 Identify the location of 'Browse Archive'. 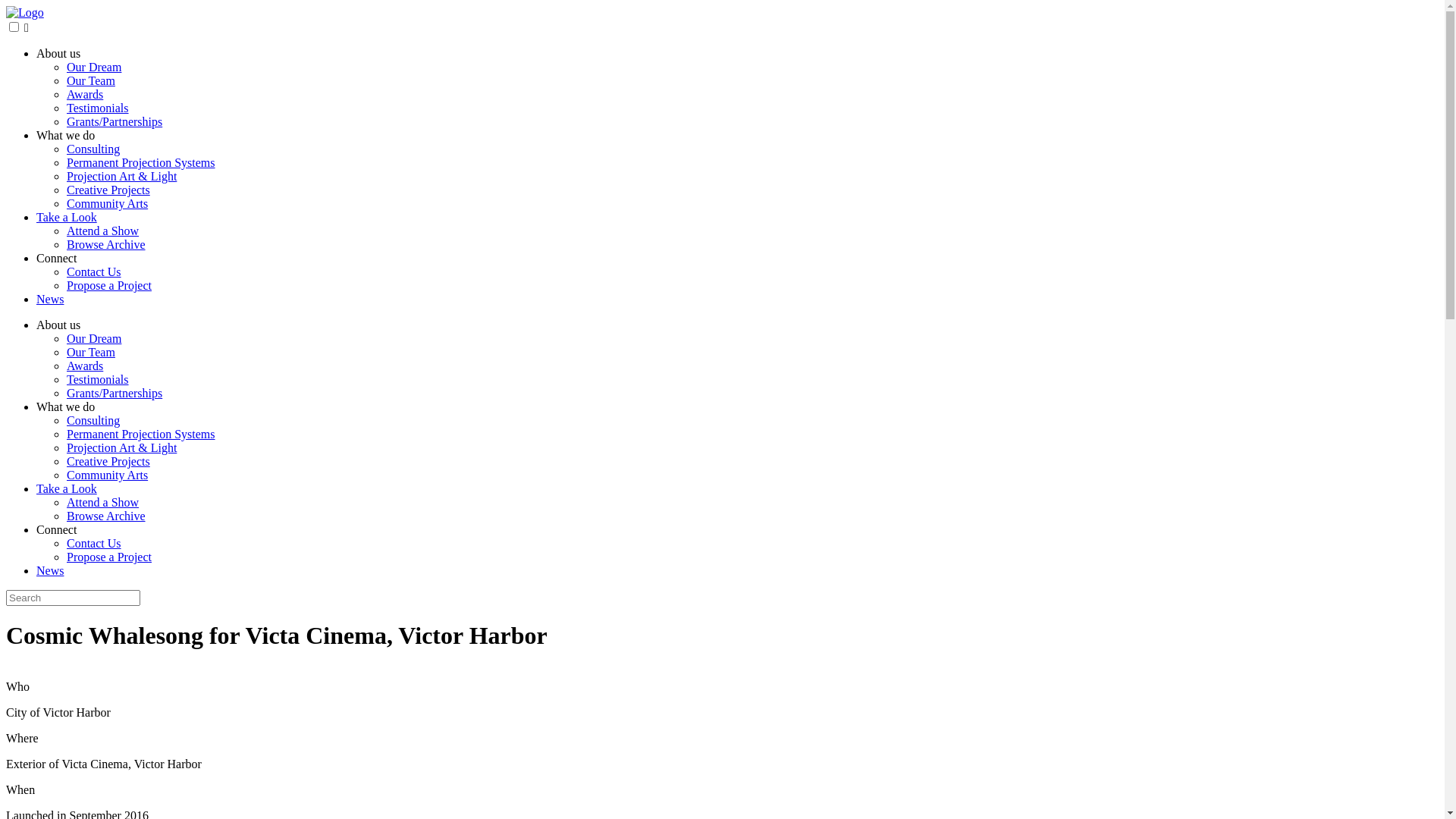
(105, 243).